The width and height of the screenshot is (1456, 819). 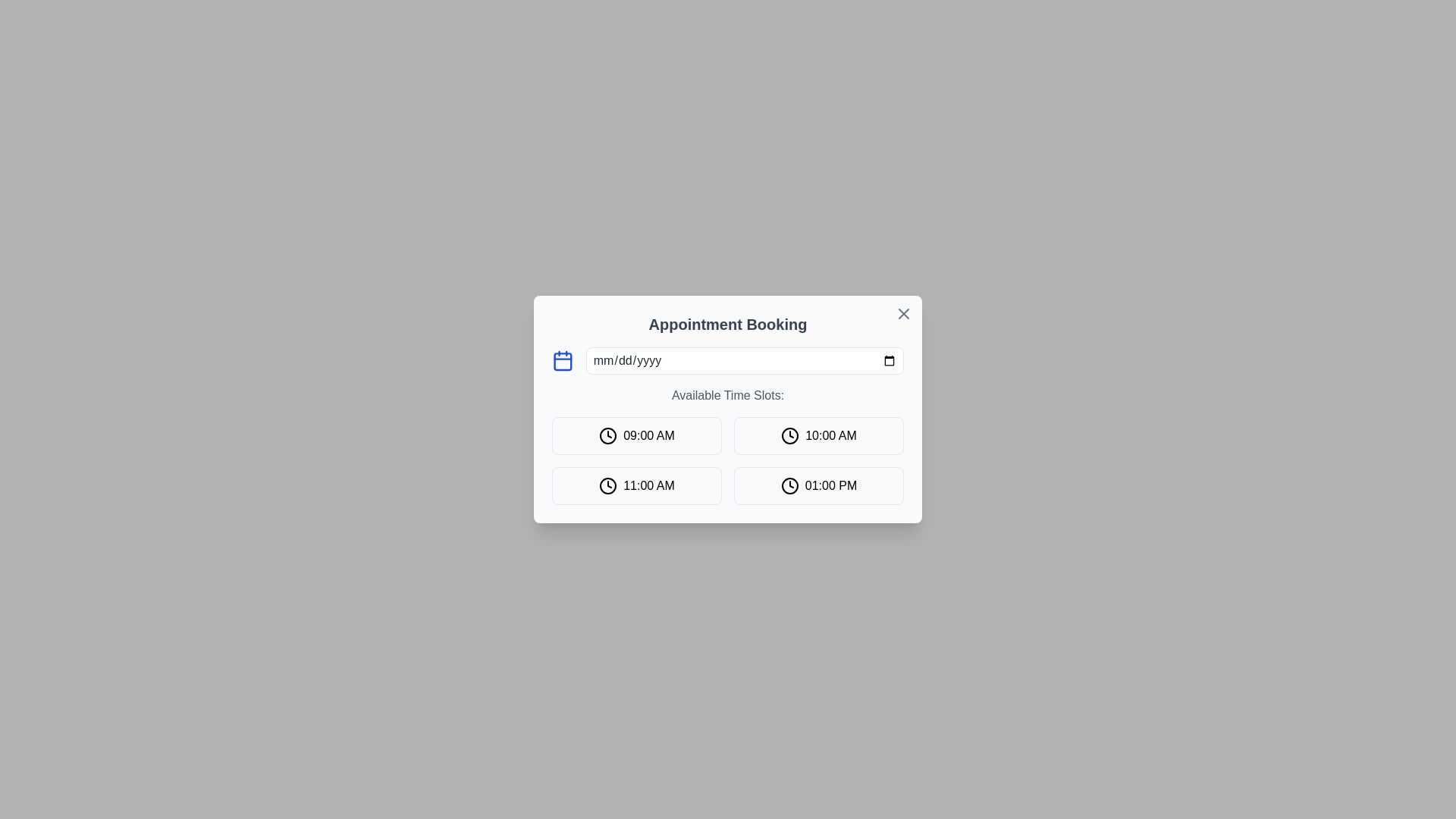 What do you see at coordinates (903, 312) in the screenshot?
I see `the close button represented by a small square with an 'X' icon in the upper-right corner of the modal popup` at bounding box center [903, 312].